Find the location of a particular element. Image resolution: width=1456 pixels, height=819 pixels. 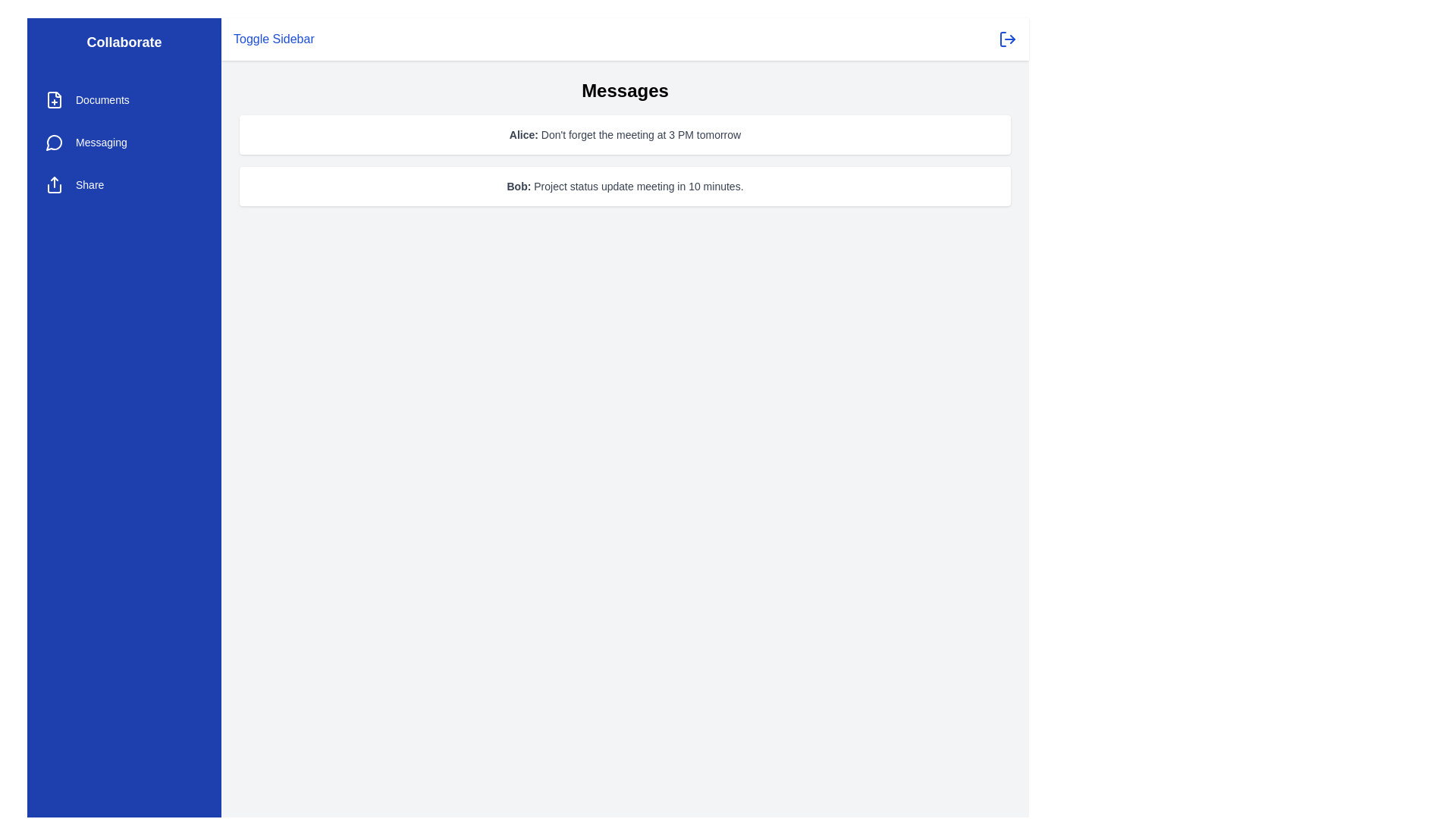

the 'Documents' text label in the left-hand sidebar navigation menu is located at coordinates (102, 99).